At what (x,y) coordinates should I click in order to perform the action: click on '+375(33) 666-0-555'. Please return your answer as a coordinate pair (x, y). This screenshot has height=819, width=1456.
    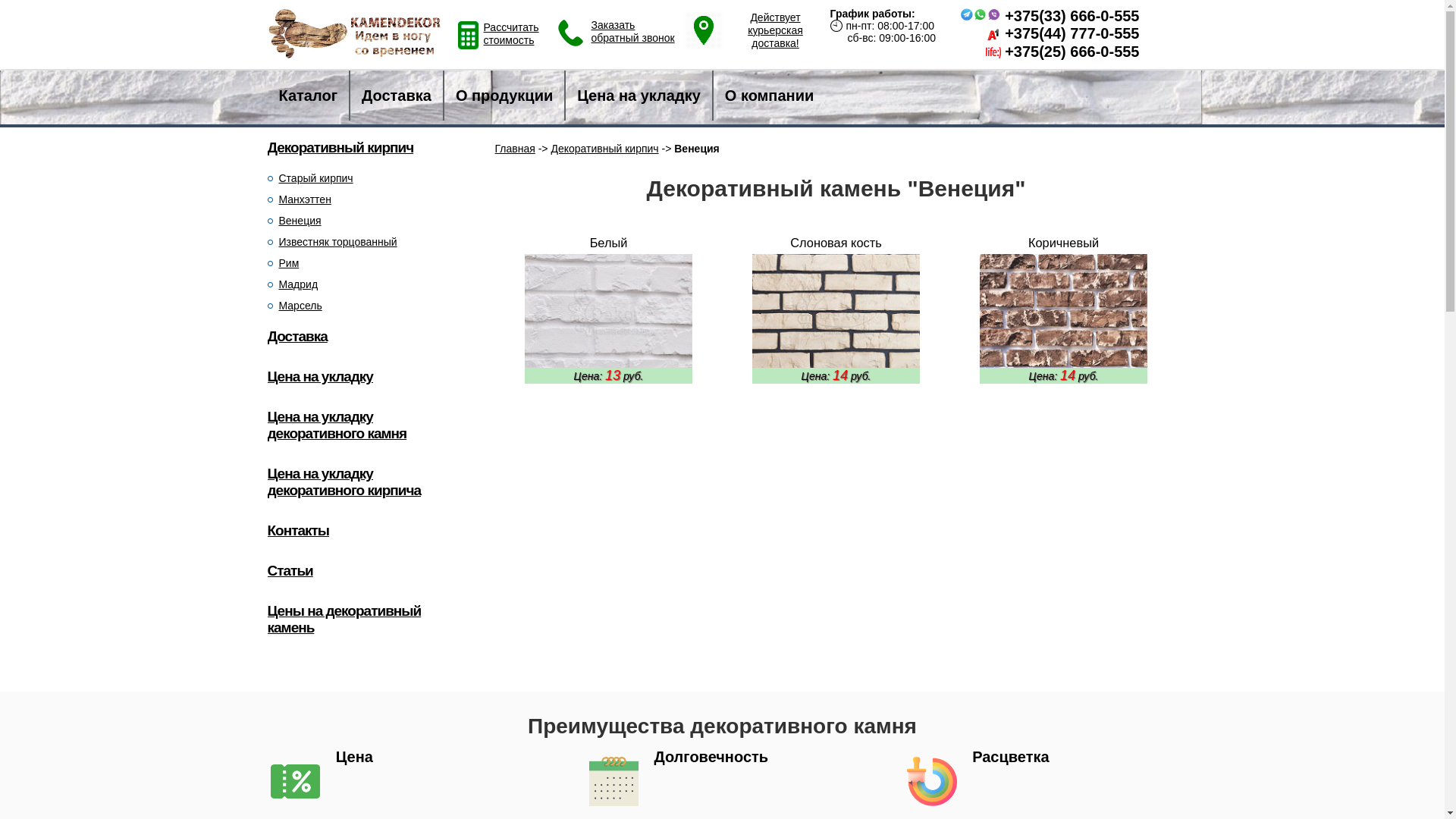
    Looking at the image, I should click on (1071, 15).